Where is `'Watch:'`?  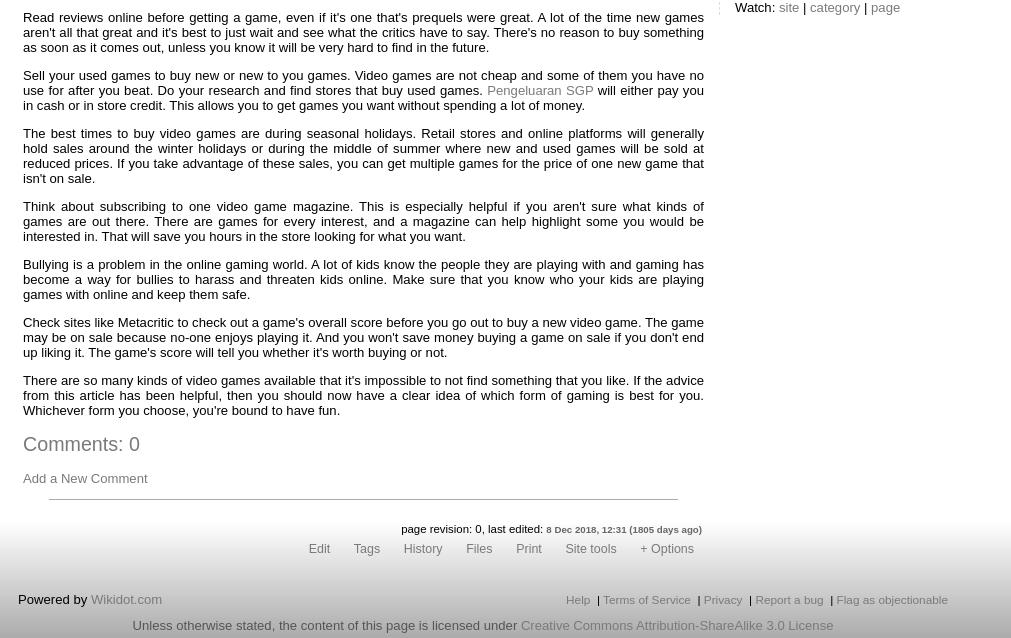
'Watch:' is located at coordinates (755, 7).